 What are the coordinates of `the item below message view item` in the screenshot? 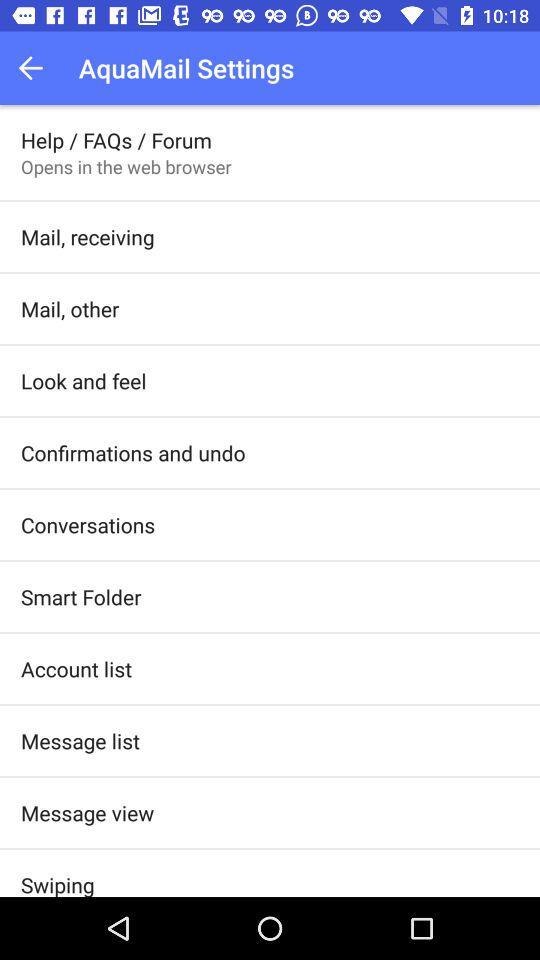 It's located at (57, 882).